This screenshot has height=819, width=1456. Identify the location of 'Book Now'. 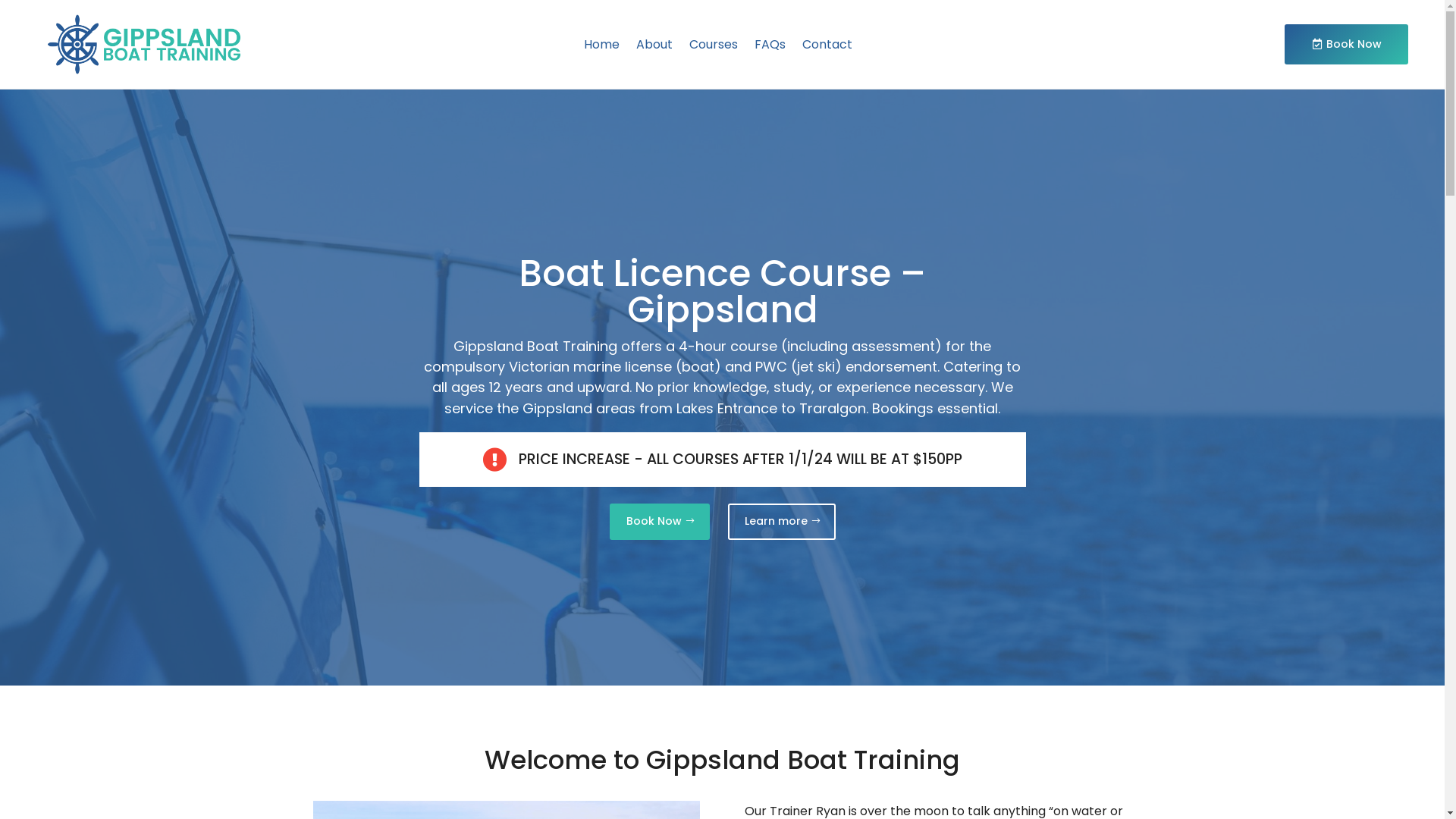
(1346, 43).